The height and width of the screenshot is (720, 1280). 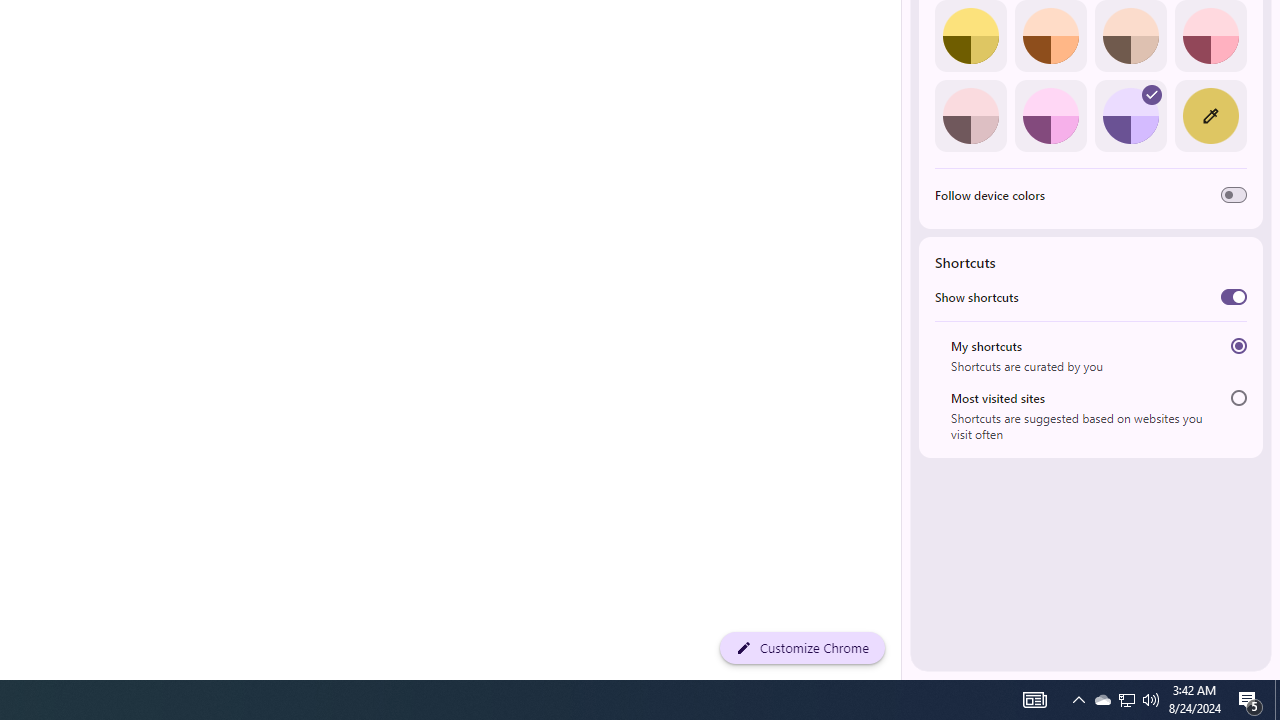 I want to click on 'Citron', so click(x=970, y=36).